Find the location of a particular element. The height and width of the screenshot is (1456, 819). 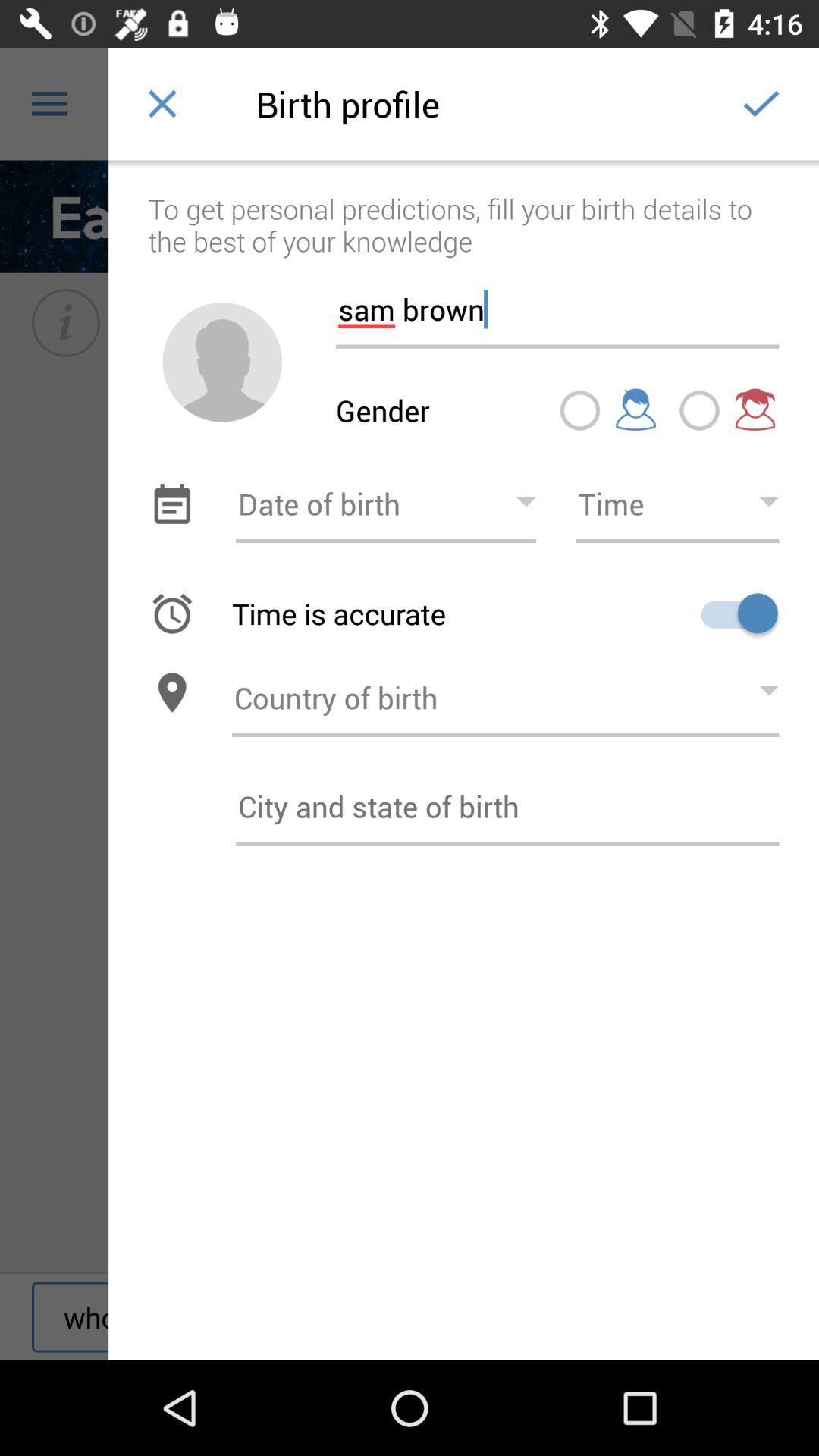

the icon next to the time is accurate icon is located at coordinates (733, 613).